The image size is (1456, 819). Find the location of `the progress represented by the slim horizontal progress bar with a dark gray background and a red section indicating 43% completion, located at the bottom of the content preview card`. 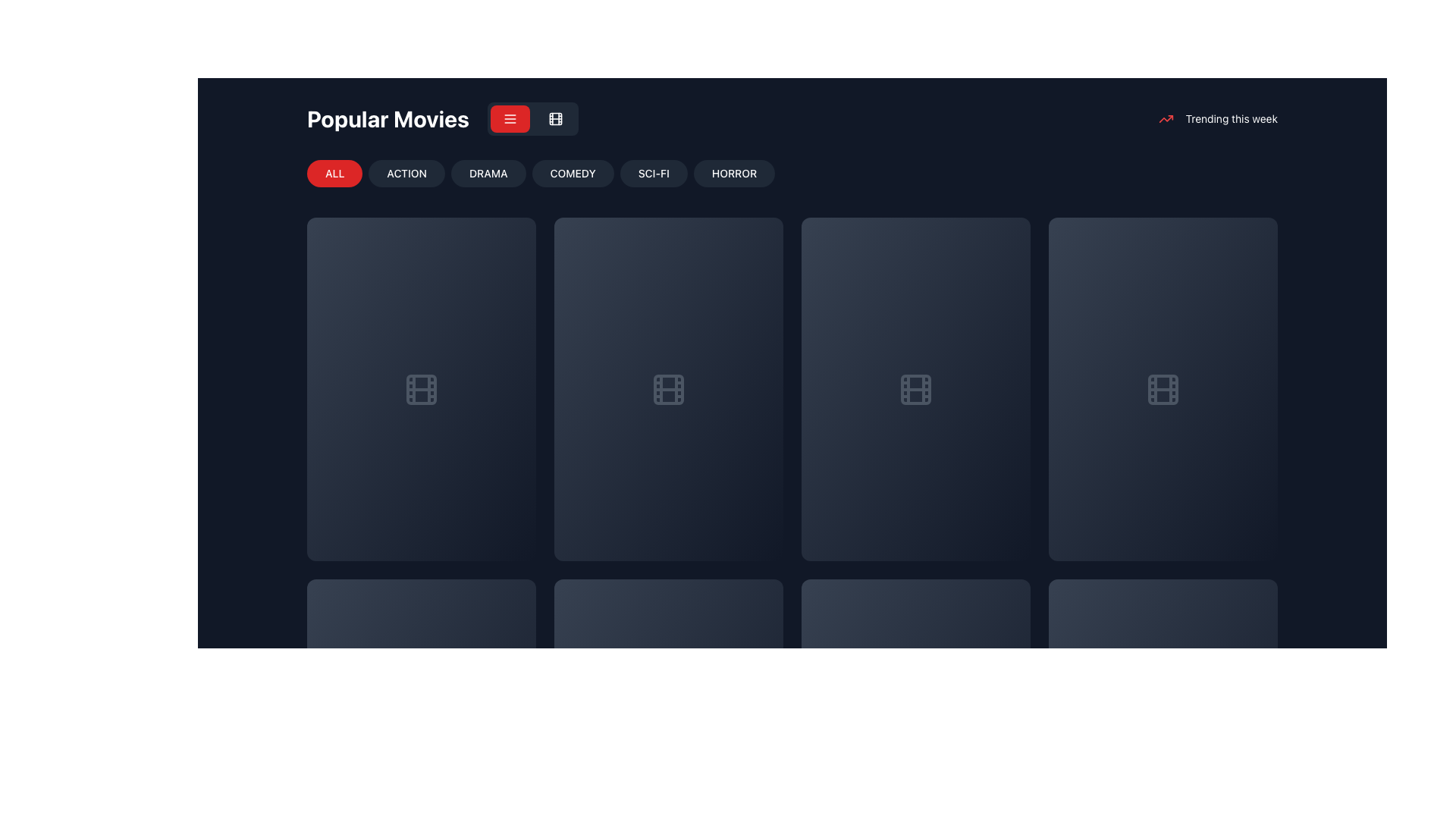

the progress represented by the slim horizontal progress bar with a dark gray background and a red section indicating 43% completion, located at the bottom of the content preview card is located at coordinates (422, 547).